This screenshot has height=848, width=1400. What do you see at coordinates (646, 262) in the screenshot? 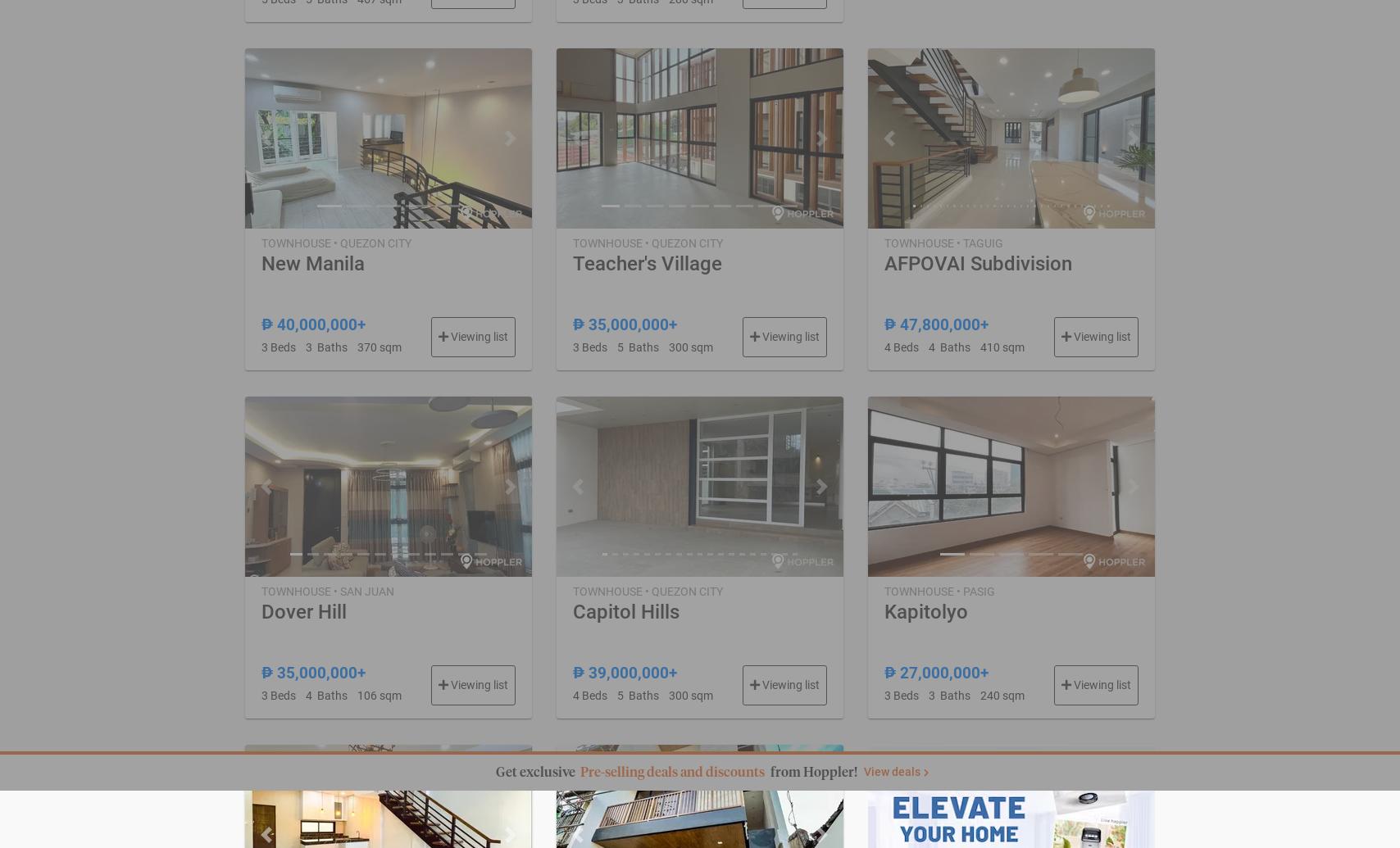
I see `'Teacher's Village'` at bounding box center [646, 262].